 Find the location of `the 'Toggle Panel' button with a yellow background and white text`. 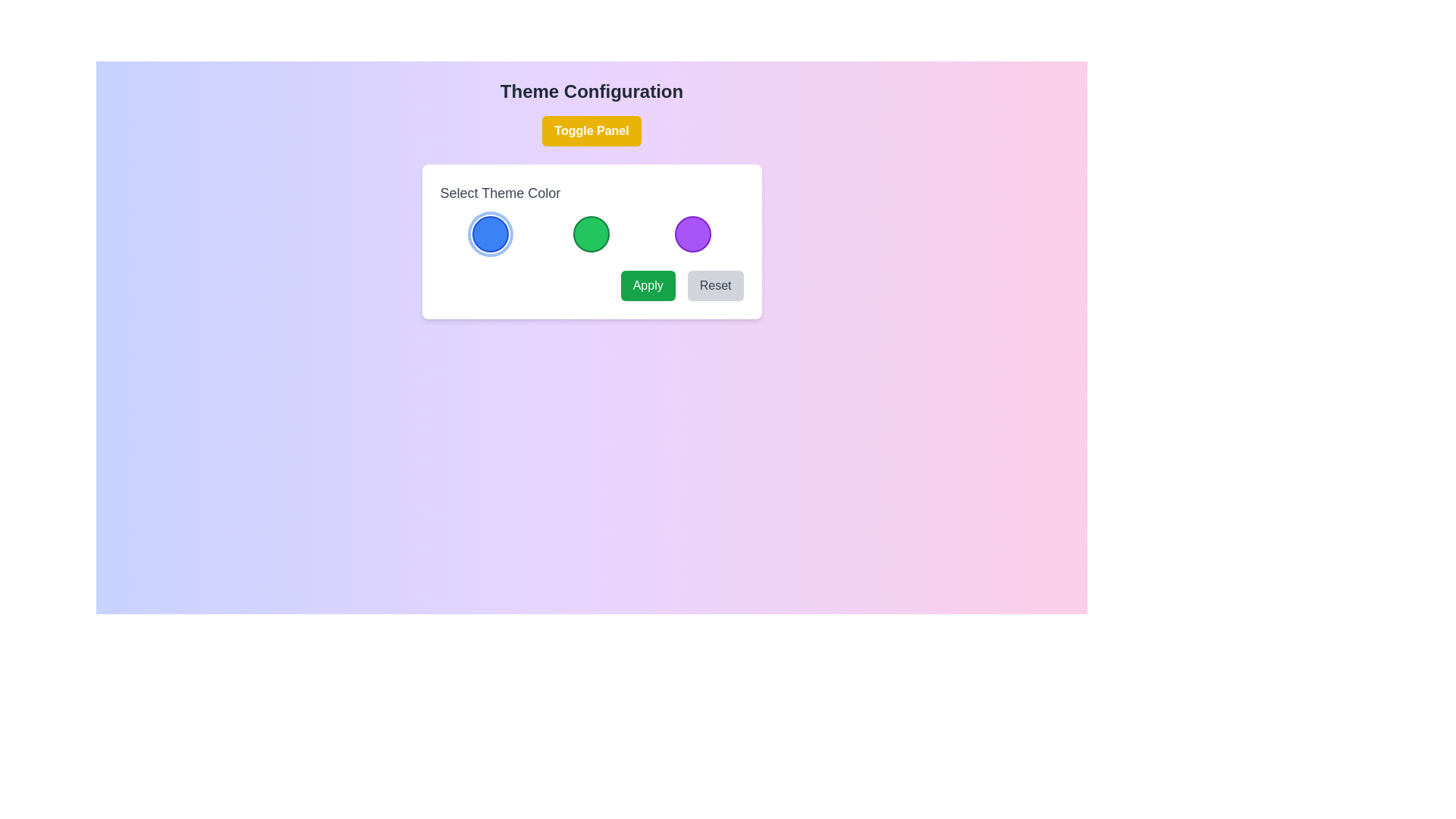

the 'Toggle Panel' button with a yellow background and white text is located at coordinates (591, 130).